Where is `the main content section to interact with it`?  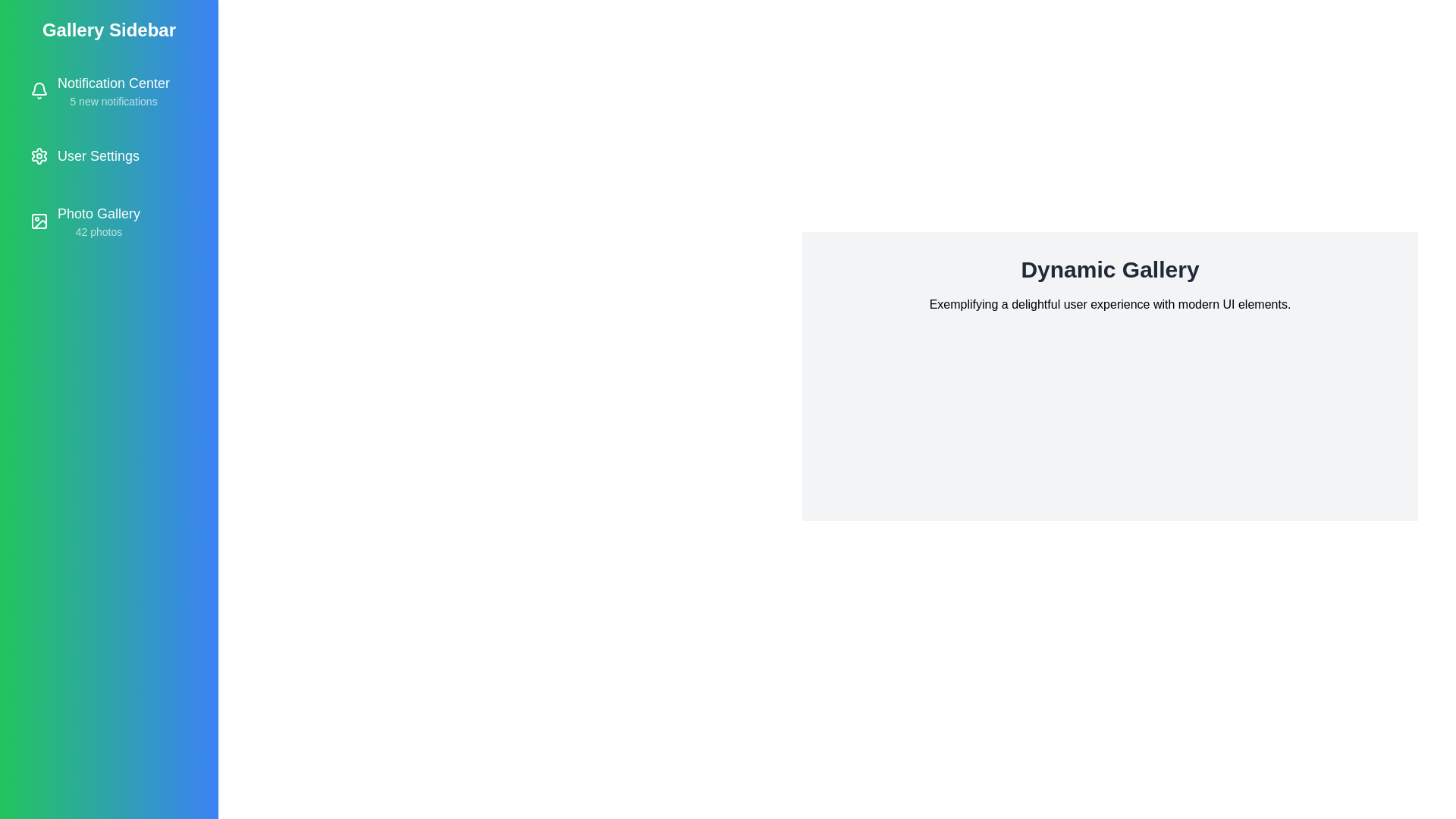 the main content section to interact with it is located at coordinates (1110, 641).